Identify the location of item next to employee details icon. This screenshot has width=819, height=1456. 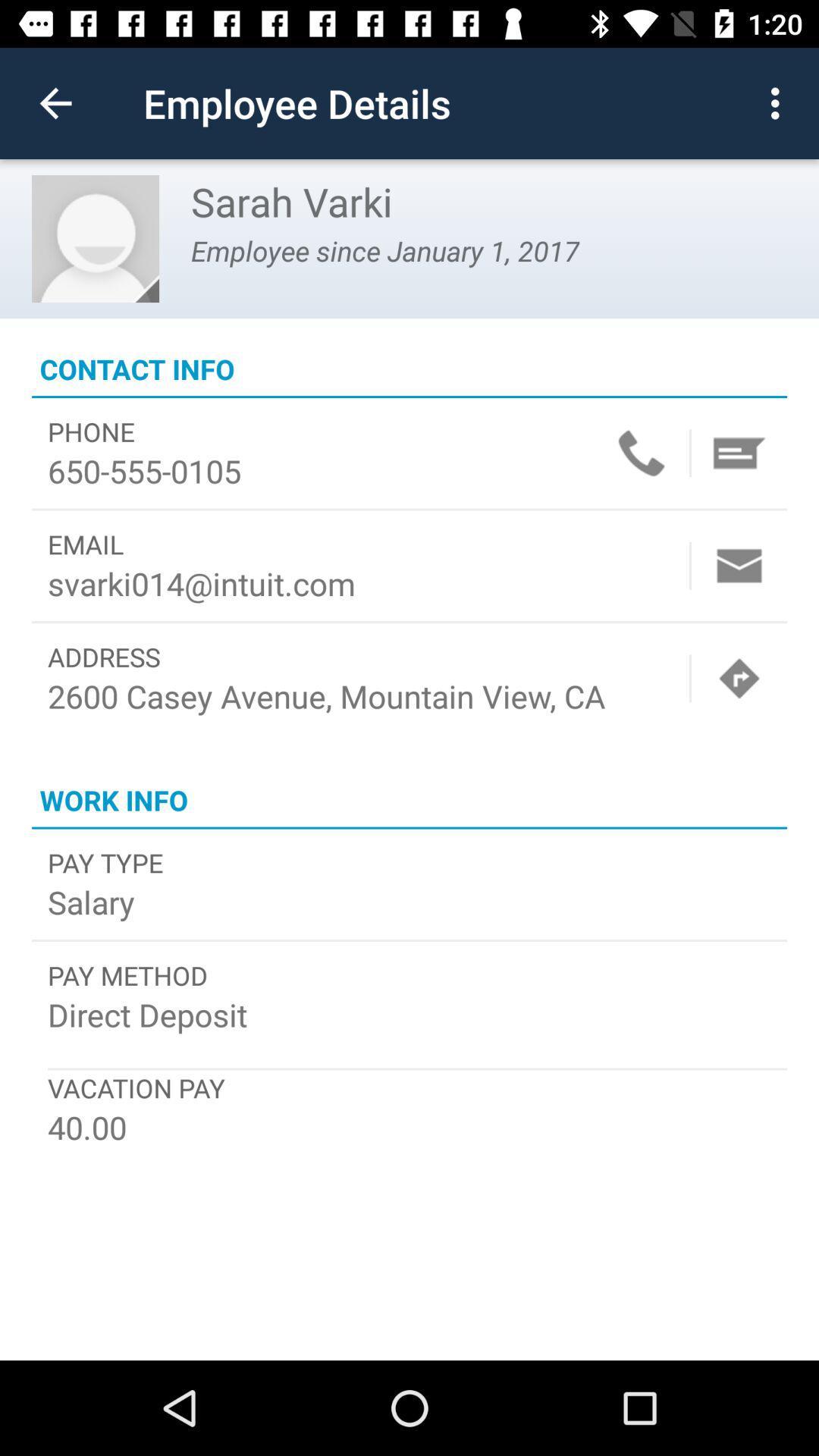
(55, 102).